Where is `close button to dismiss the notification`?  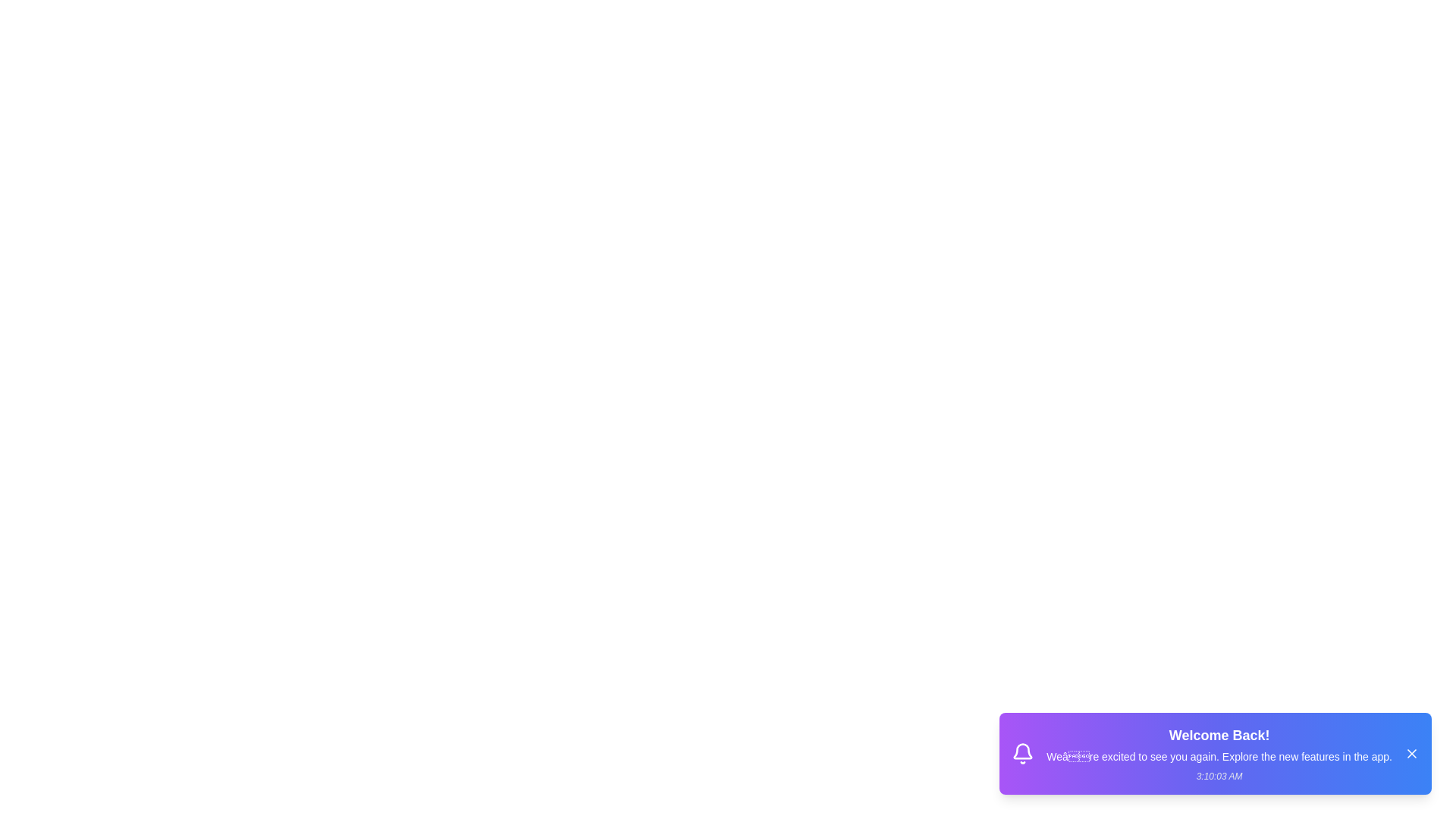
close button to dismiss the notification is located at coordinates (1411, 754).